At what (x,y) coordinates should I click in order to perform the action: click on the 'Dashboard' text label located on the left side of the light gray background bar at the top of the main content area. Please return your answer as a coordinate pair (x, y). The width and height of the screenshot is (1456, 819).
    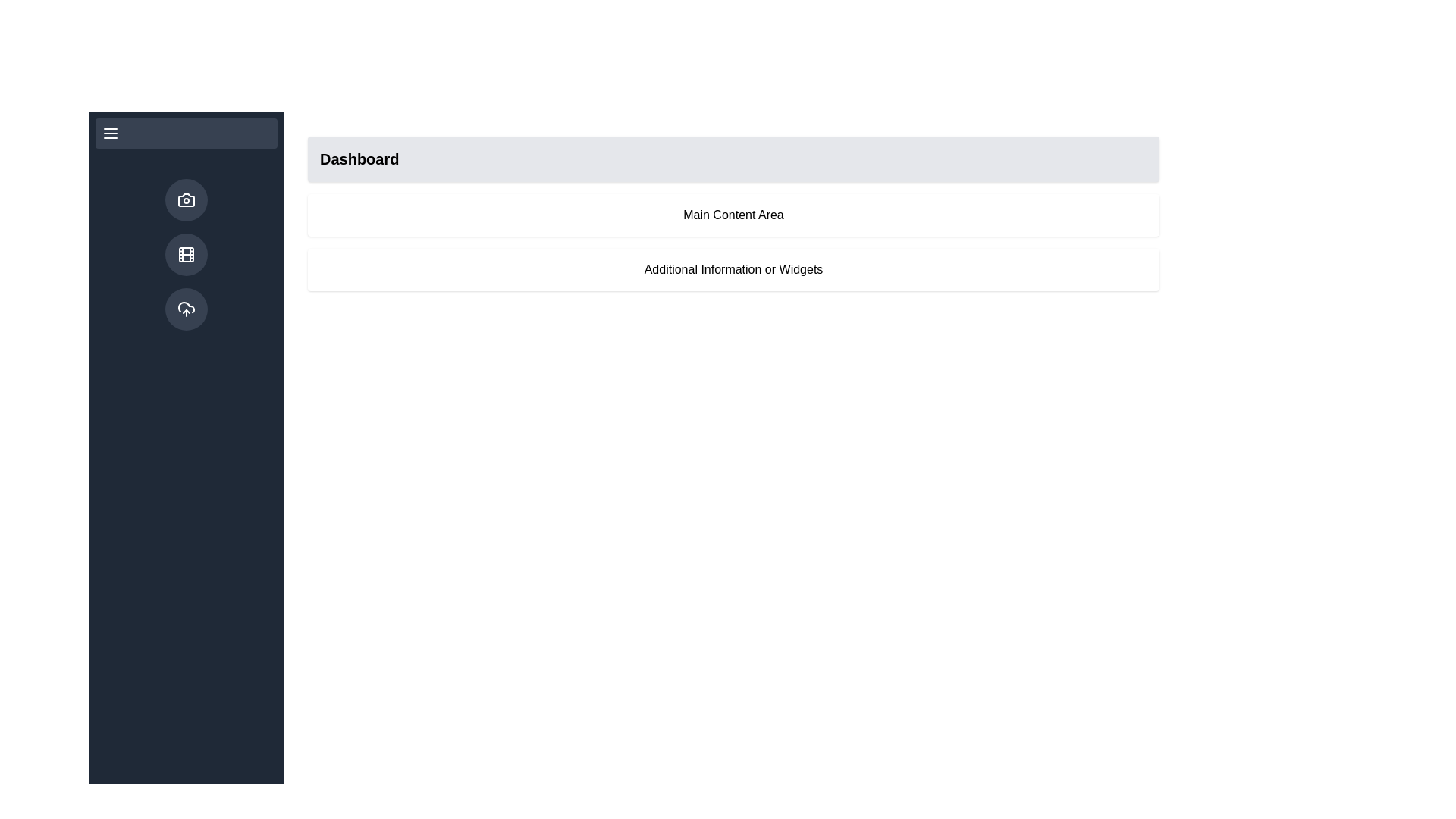
    Looking at the image, I should click on (359, 158).